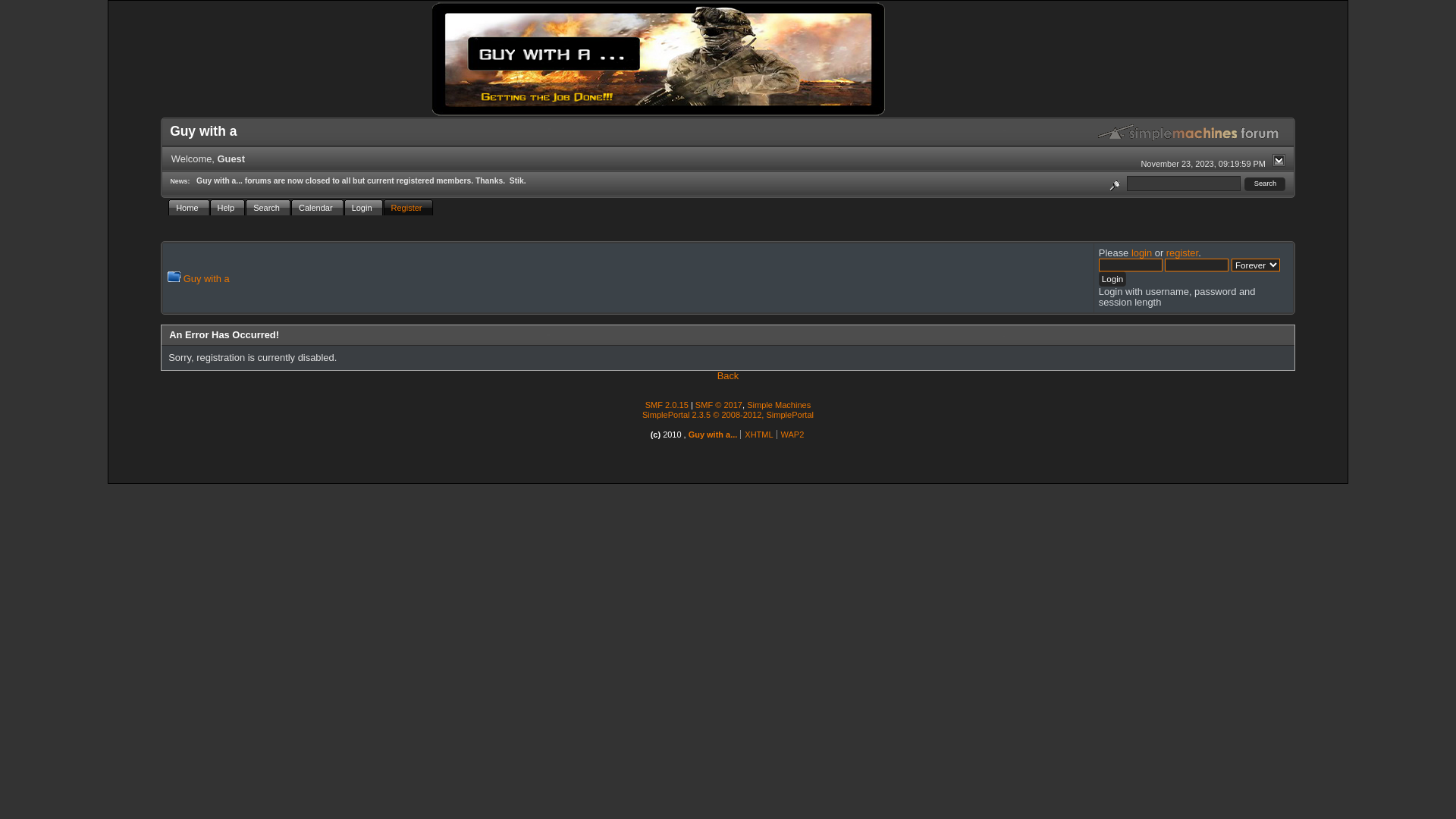  What do you see at coordinates (316, 207) in the screenshot?
I see `'Calendar'` at bounding box center [316, 207].